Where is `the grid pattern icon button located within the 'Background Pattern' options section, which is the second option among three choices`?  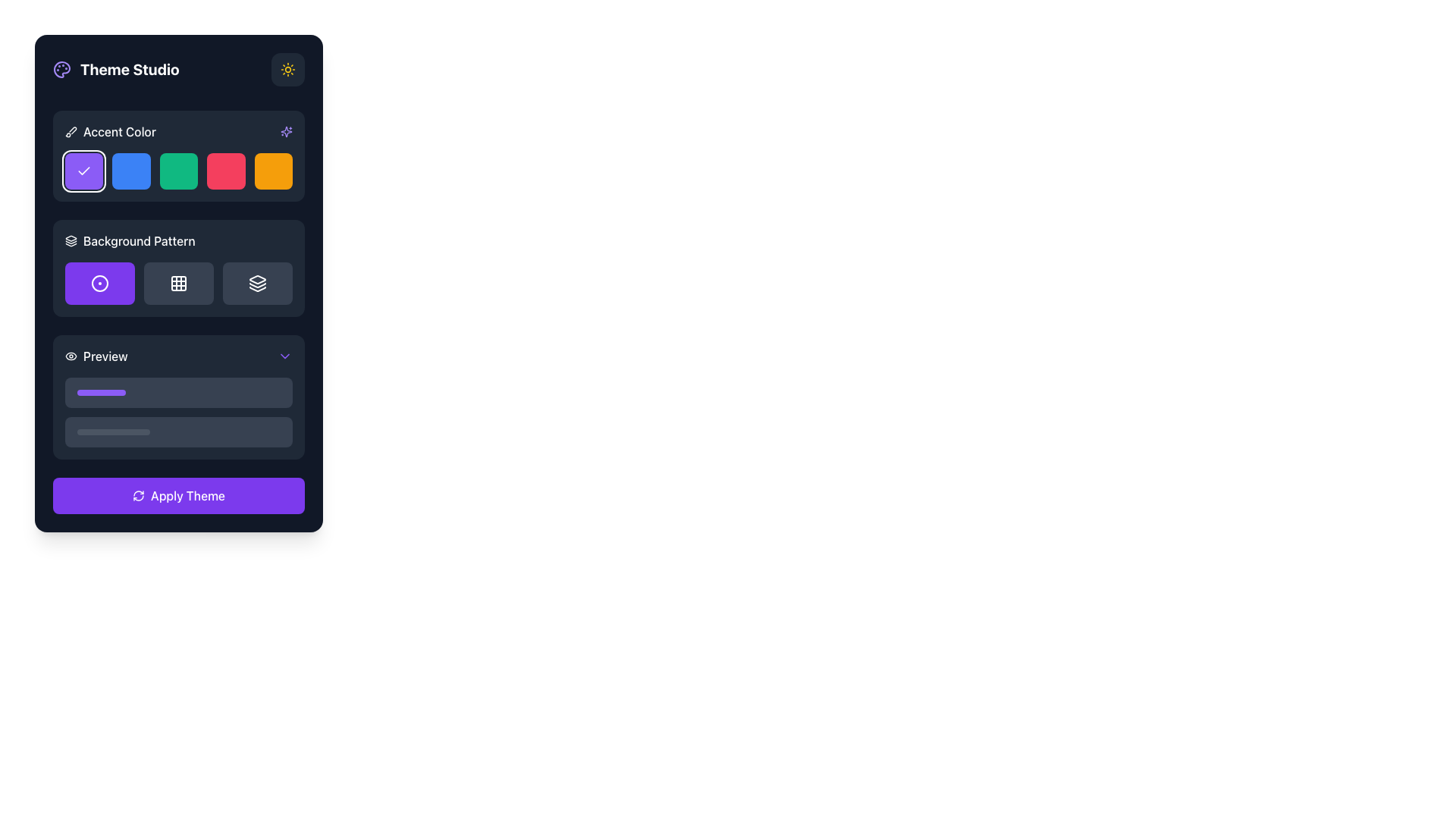
the grid pattern icon button located within the 'Background Pattern' options section, which is the second option among three choices is located at coordinates (178, 284).